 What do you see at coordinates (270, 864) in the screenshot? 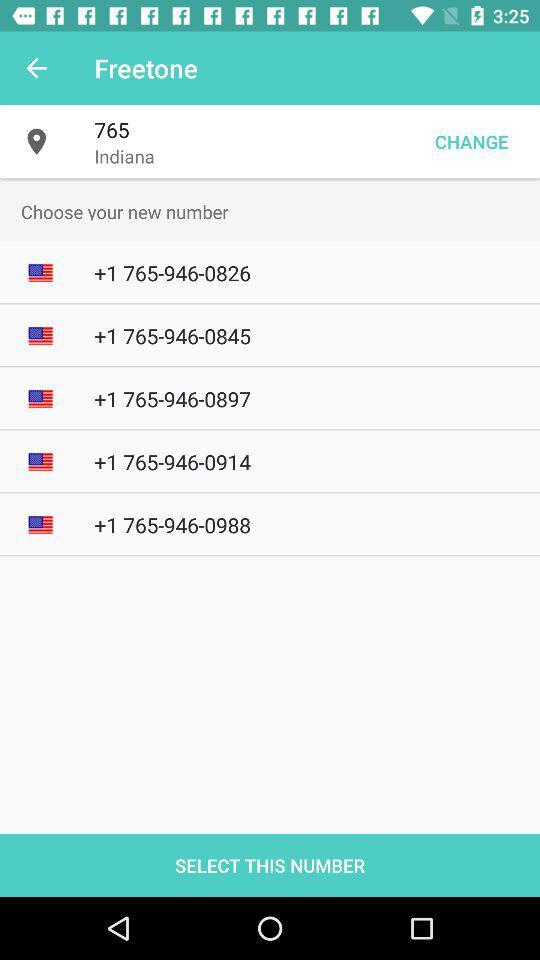
I see `select this number icon` at bounding box center [270, 864].